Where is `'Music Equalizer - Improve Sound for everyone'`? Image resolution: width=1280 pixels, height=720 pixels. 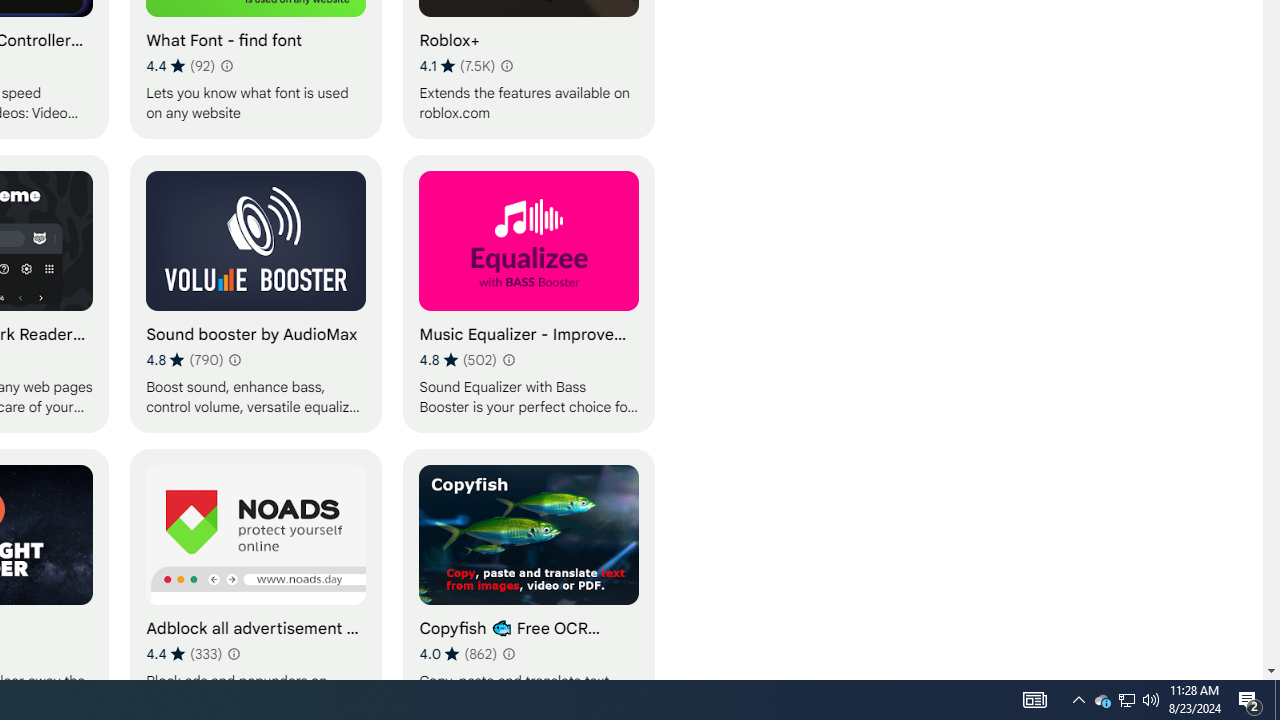 'Music Equalizer - Improve Sound for everyone' is located at coordinates (529, 293).